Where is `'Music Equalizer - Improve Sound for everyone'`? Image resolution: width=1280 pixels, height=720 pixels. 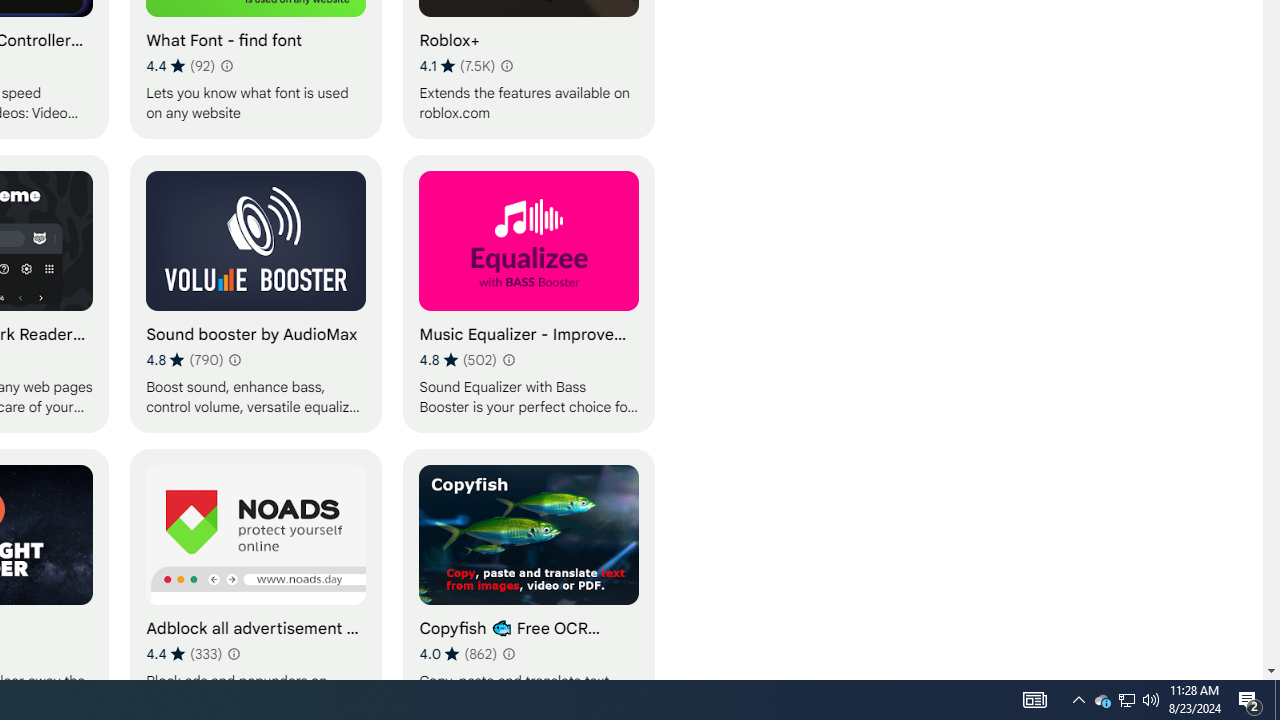 'Music Equalizer - Improve Sound for everyone' is located at coordinates (529, 293).